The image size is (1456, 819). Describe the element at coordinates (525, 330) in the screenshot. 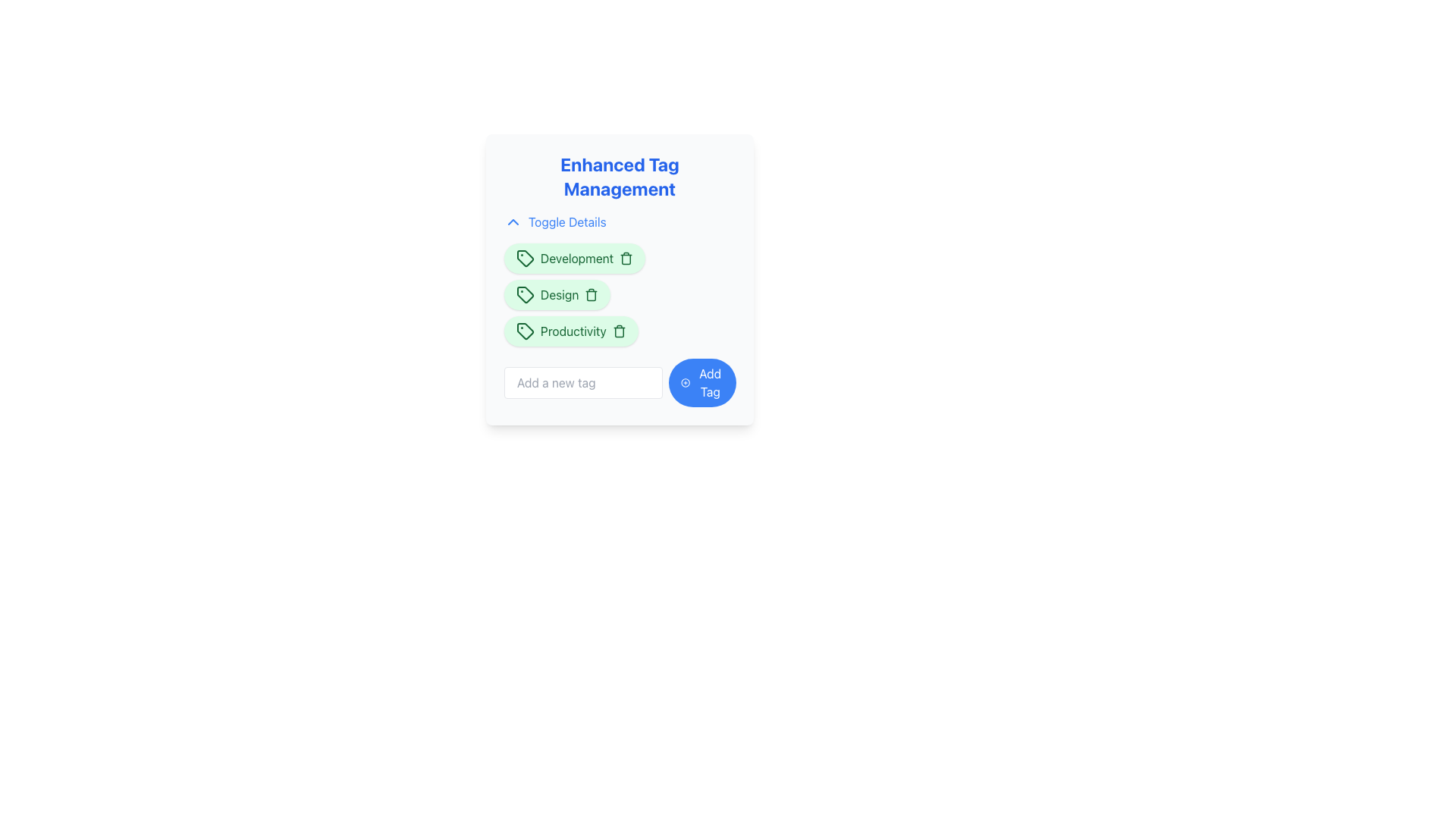

I see `the 'Productivity' tag icon, which is the third item in the list of tags under the 'Enhanced Tag Management' section` at that location.